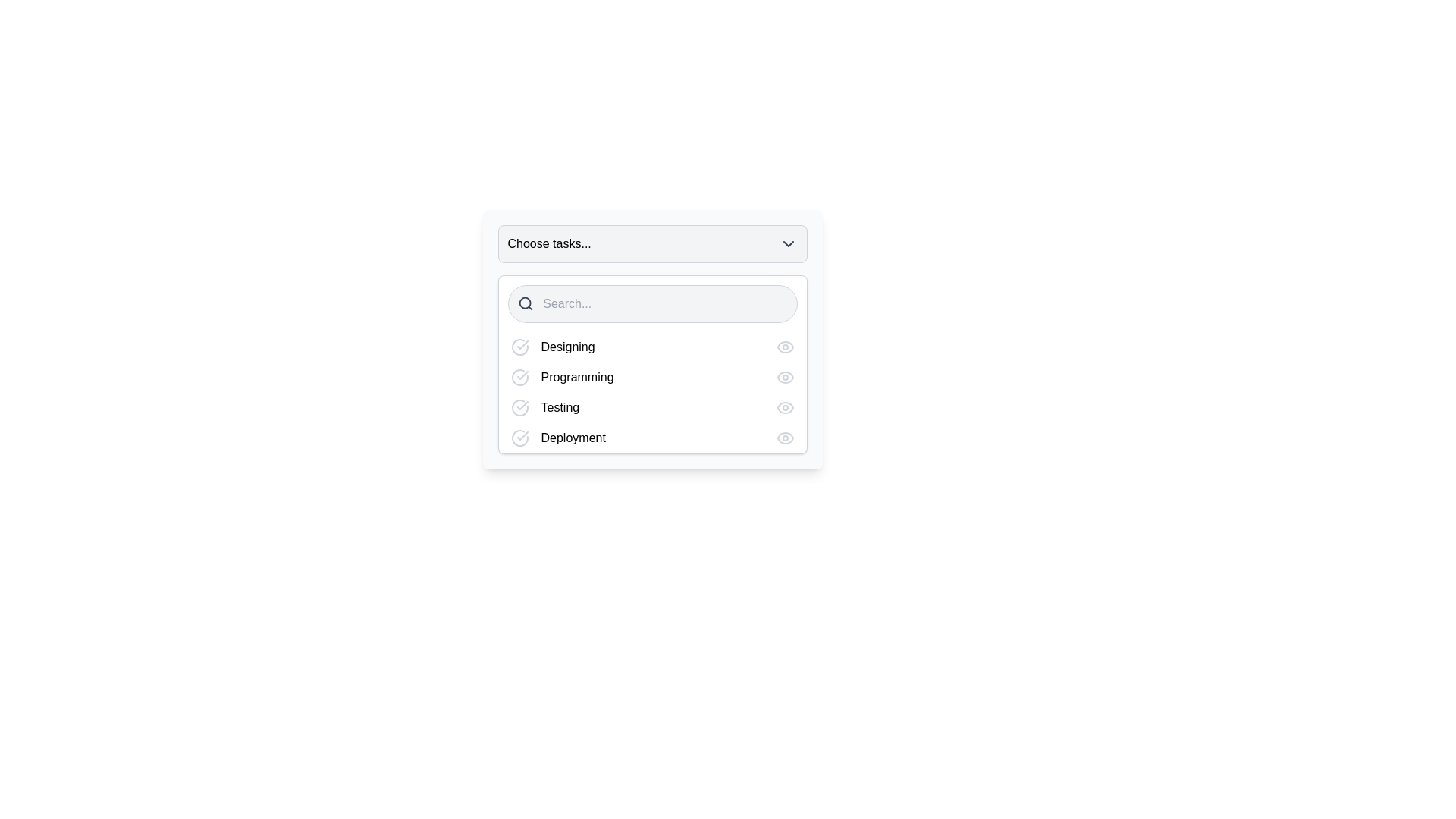 The height and width of the screenshot is (819, 1456). What do you see at coordinates (785, 438) in the screenshot?
I see `the preview button for the 'Deployment' task located at the far right of the row within the dropdown menu for accessibility navigation` at bounding box center [785, 438].